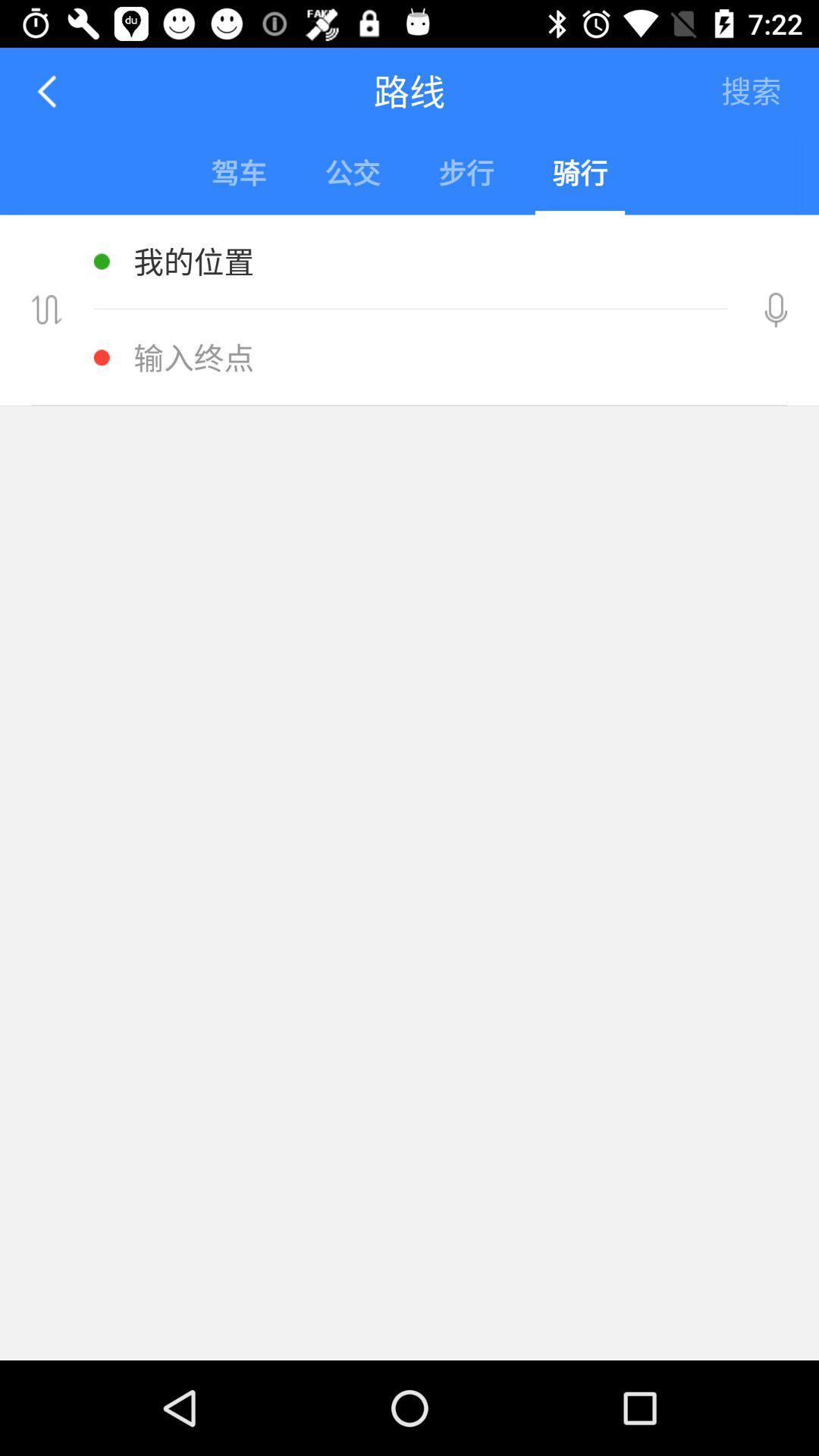 The height and width of the screenshot is (1456, 819). I want to click on the arrow_backward icon, so click(48, 90).